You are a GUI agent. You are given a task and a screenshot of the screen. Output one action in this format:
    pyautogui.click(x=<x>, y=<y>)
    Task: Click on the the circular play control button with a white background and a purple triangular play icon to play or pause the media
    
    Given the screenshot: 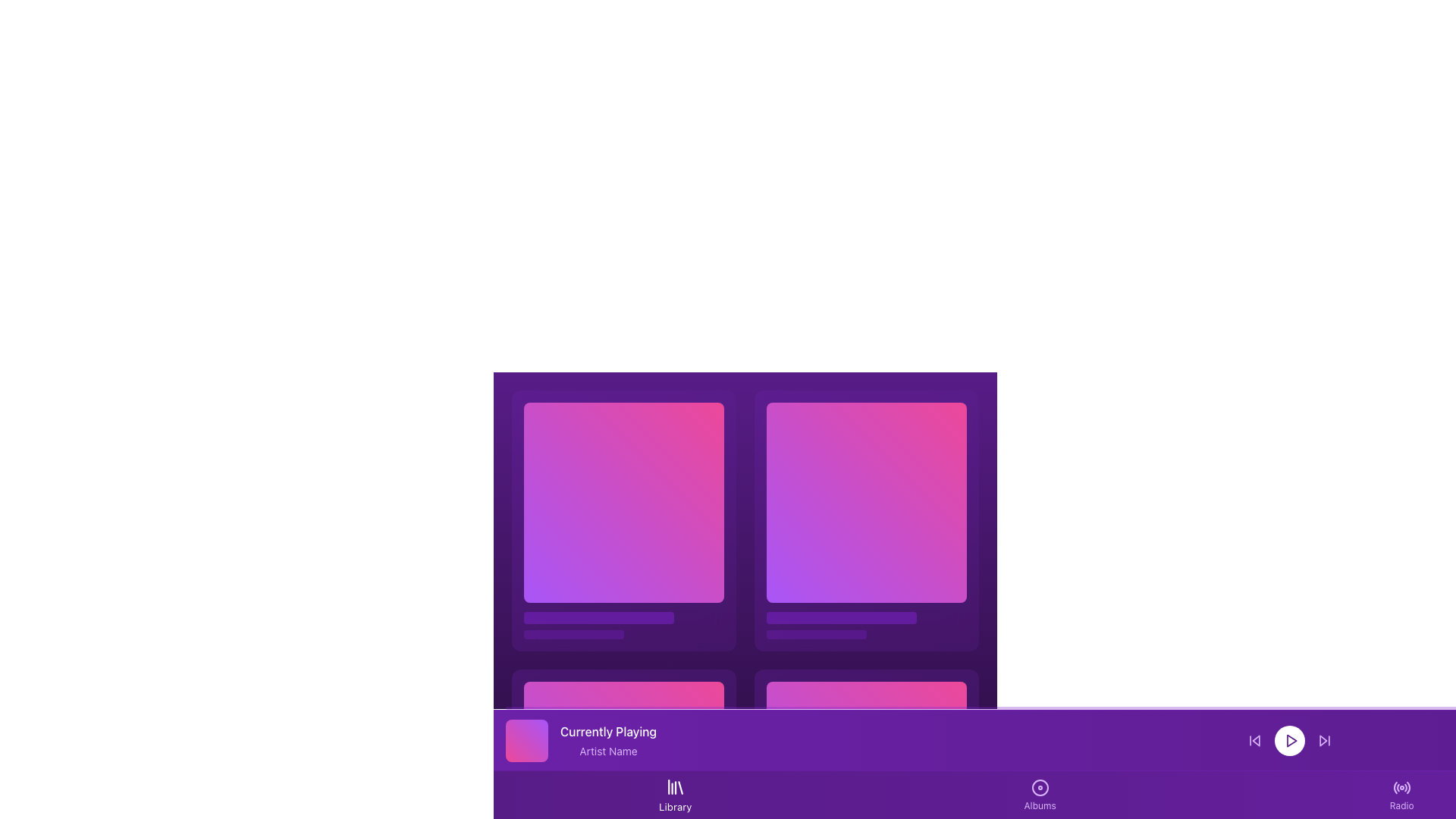 What is the action you would take?
    pyautogui.click(x=1288, y=739)
    